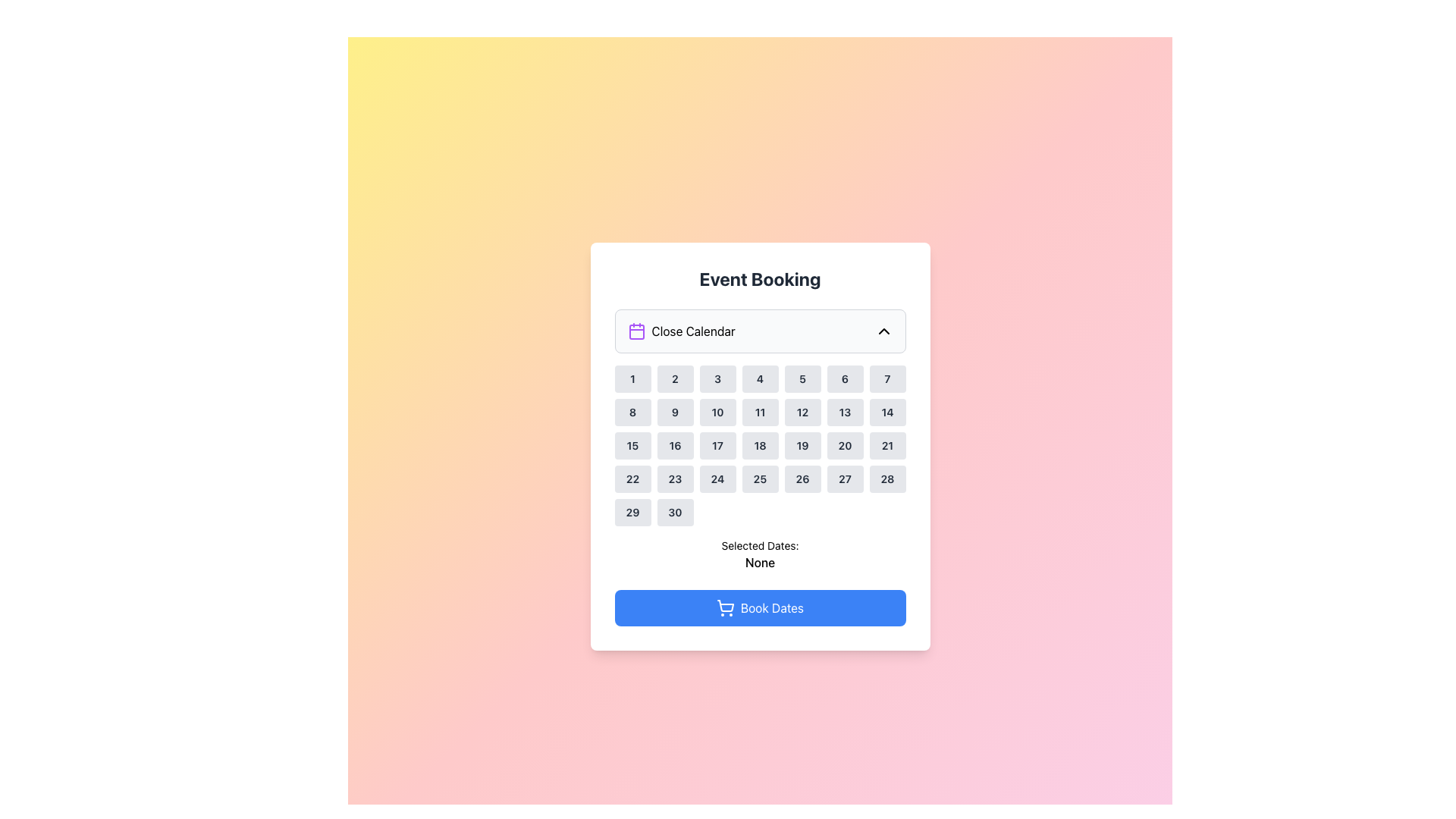  I want to click on the button located in the second row, fifth column of the calendar grid within the 'Event Booking' section, so click(802, 412).